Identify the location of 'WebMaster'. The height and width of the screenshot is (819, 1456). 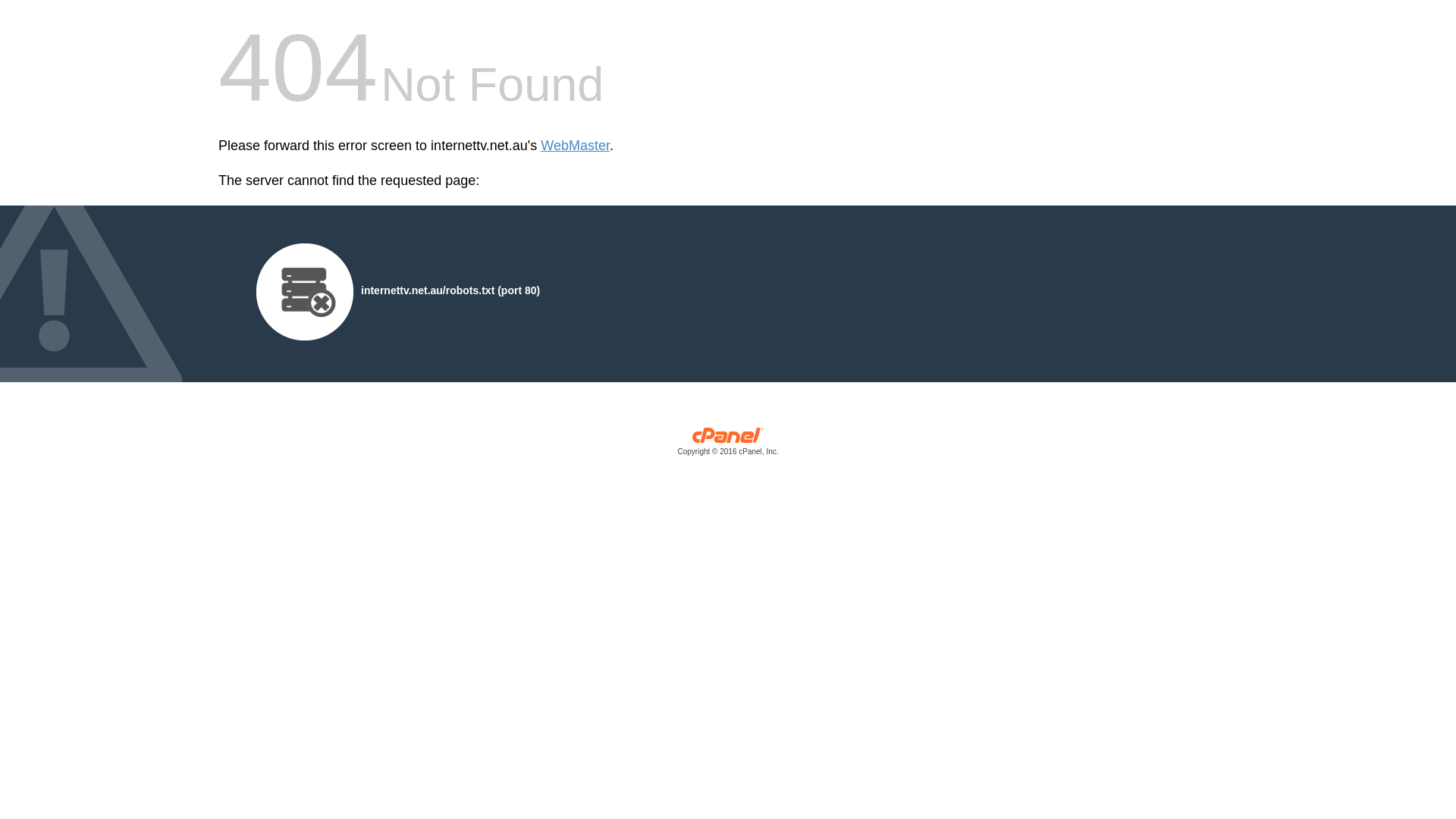
(574, 146).